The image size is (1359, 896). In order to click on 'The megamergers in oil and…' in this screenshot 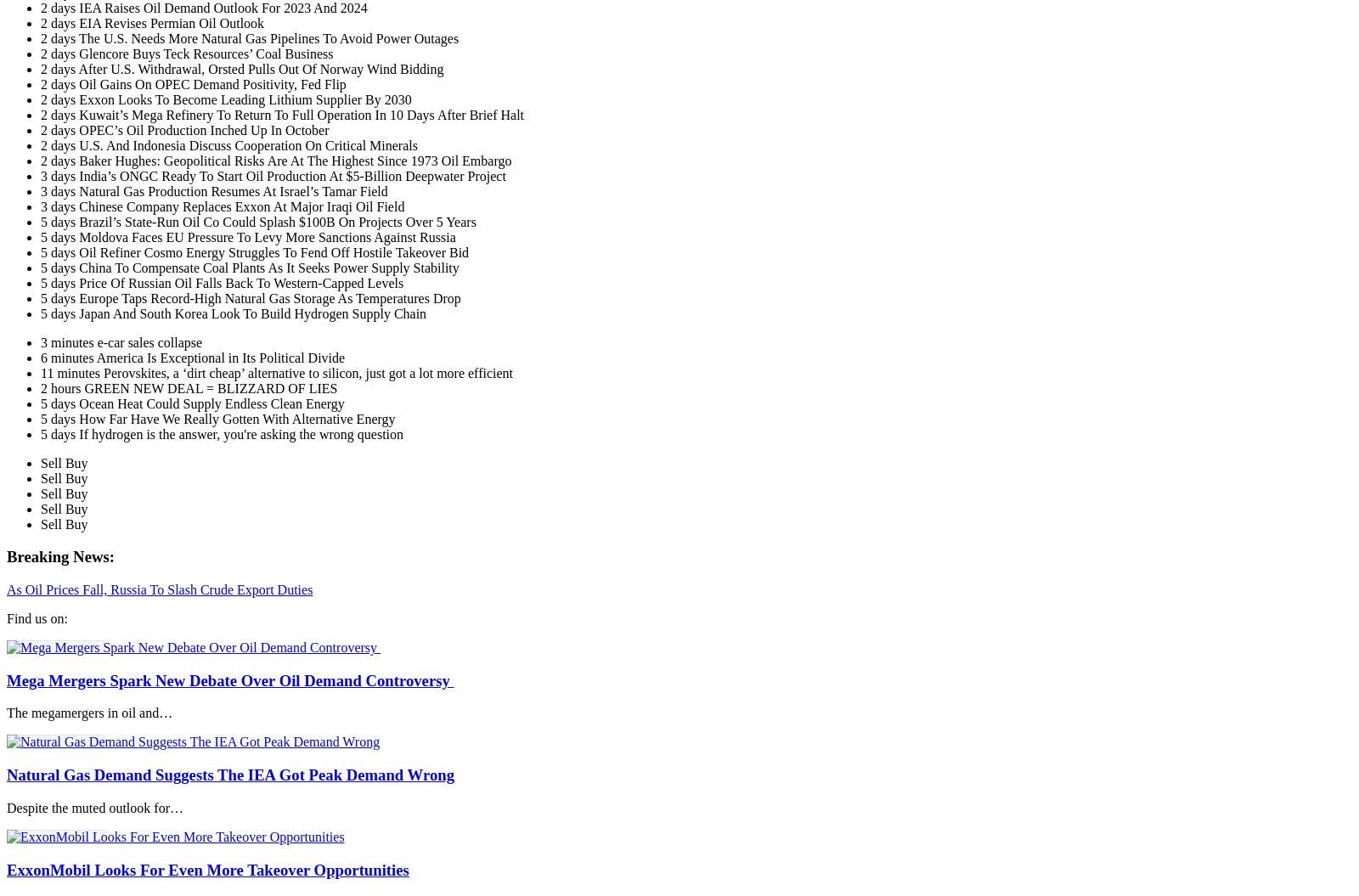, I will do `click(88, 713)`.